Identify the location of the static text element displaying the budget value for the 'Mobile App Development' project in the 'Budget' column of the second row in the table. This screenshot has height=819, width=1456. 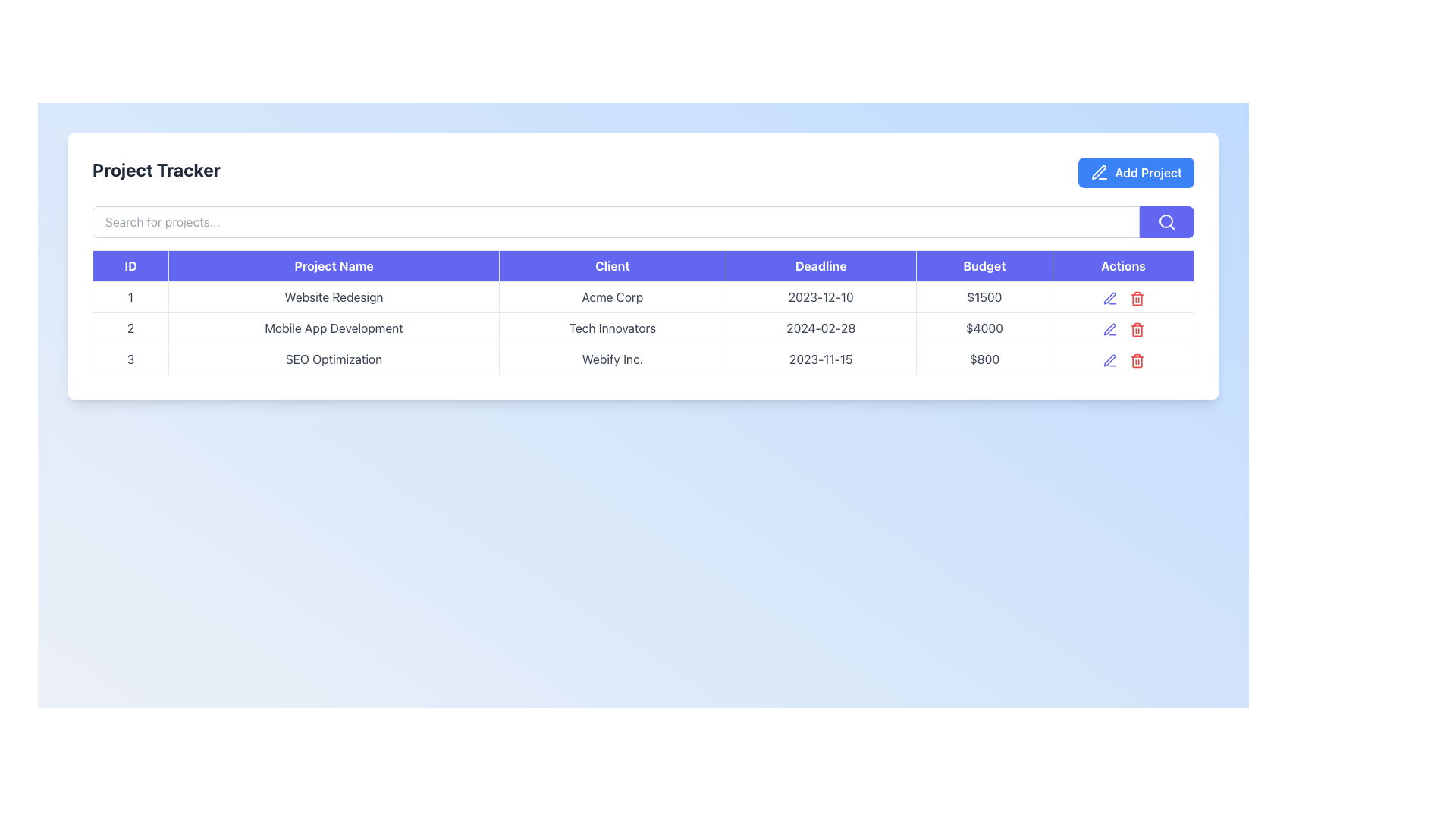
(984, 327).